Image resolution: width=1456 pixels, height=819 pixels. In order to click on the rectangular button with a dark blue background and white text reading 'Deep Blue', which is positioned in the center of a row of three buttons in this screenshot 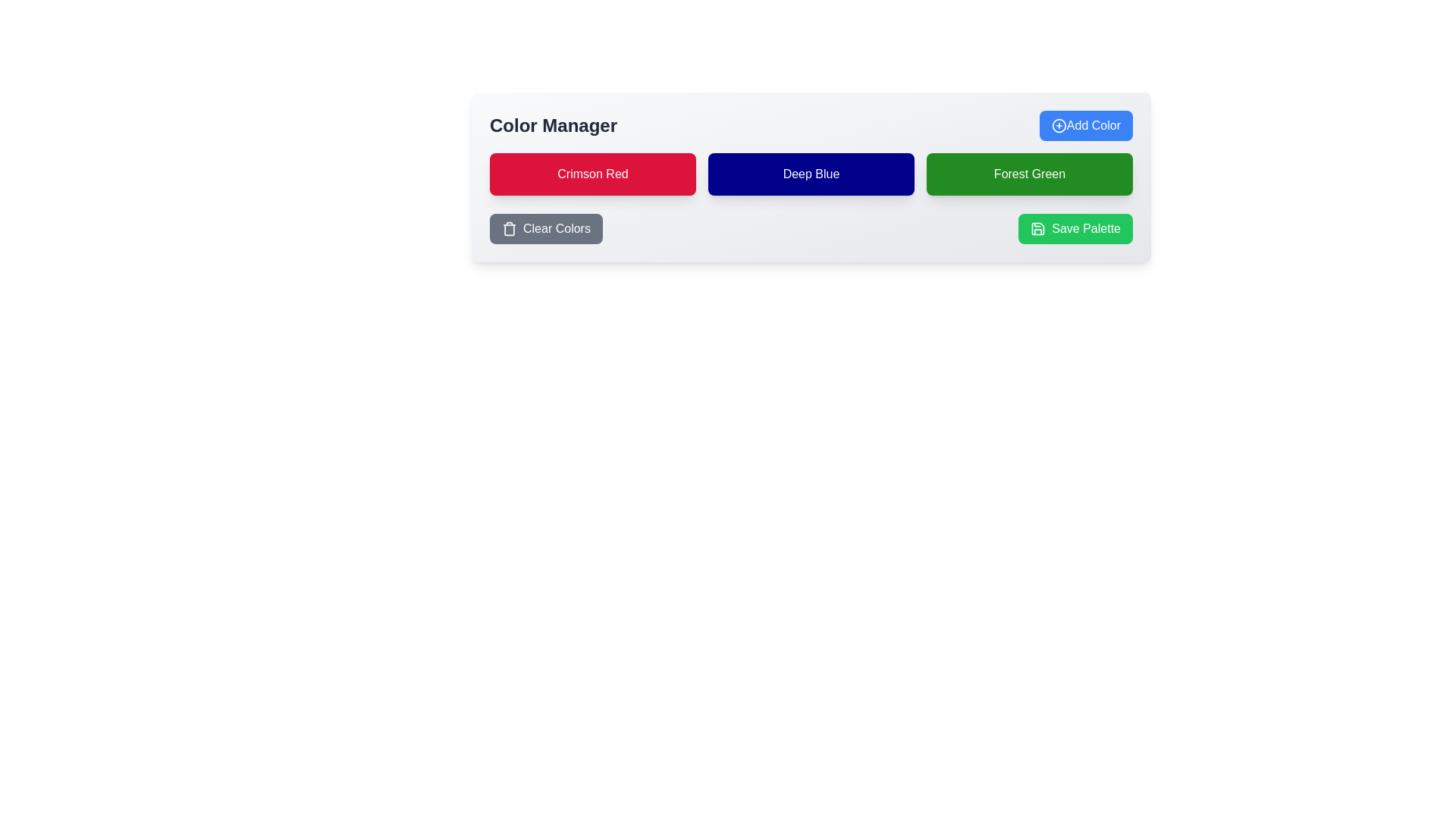, I will do `click(811, 174)`.